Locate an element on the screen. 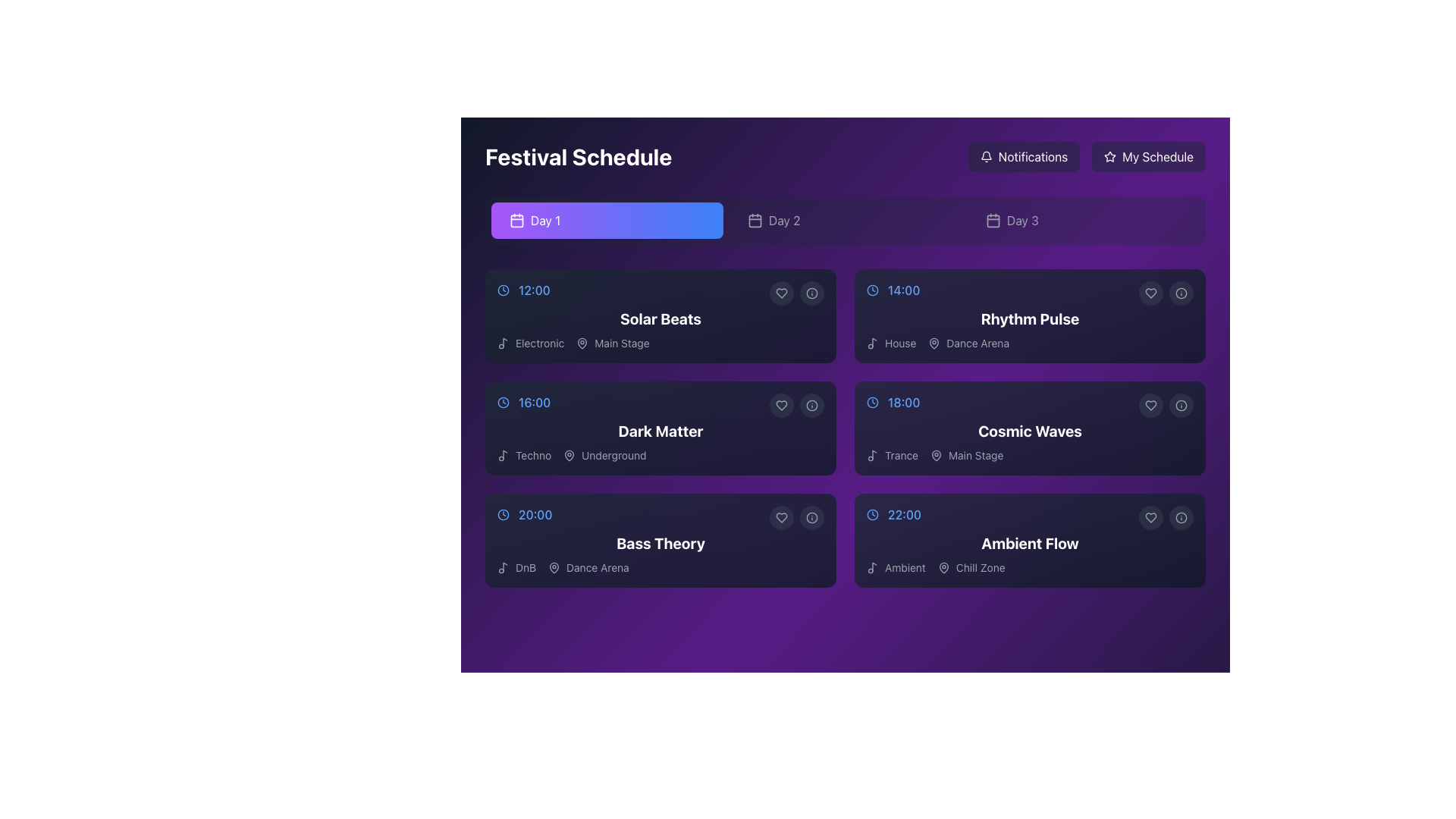  the text label indicating the music genre for the 'Rhythm Pulse' event at 14:00 in the Dance Arena, positioned below the time and title, adjacent to the music note icon is located at coordinates (900, 343).